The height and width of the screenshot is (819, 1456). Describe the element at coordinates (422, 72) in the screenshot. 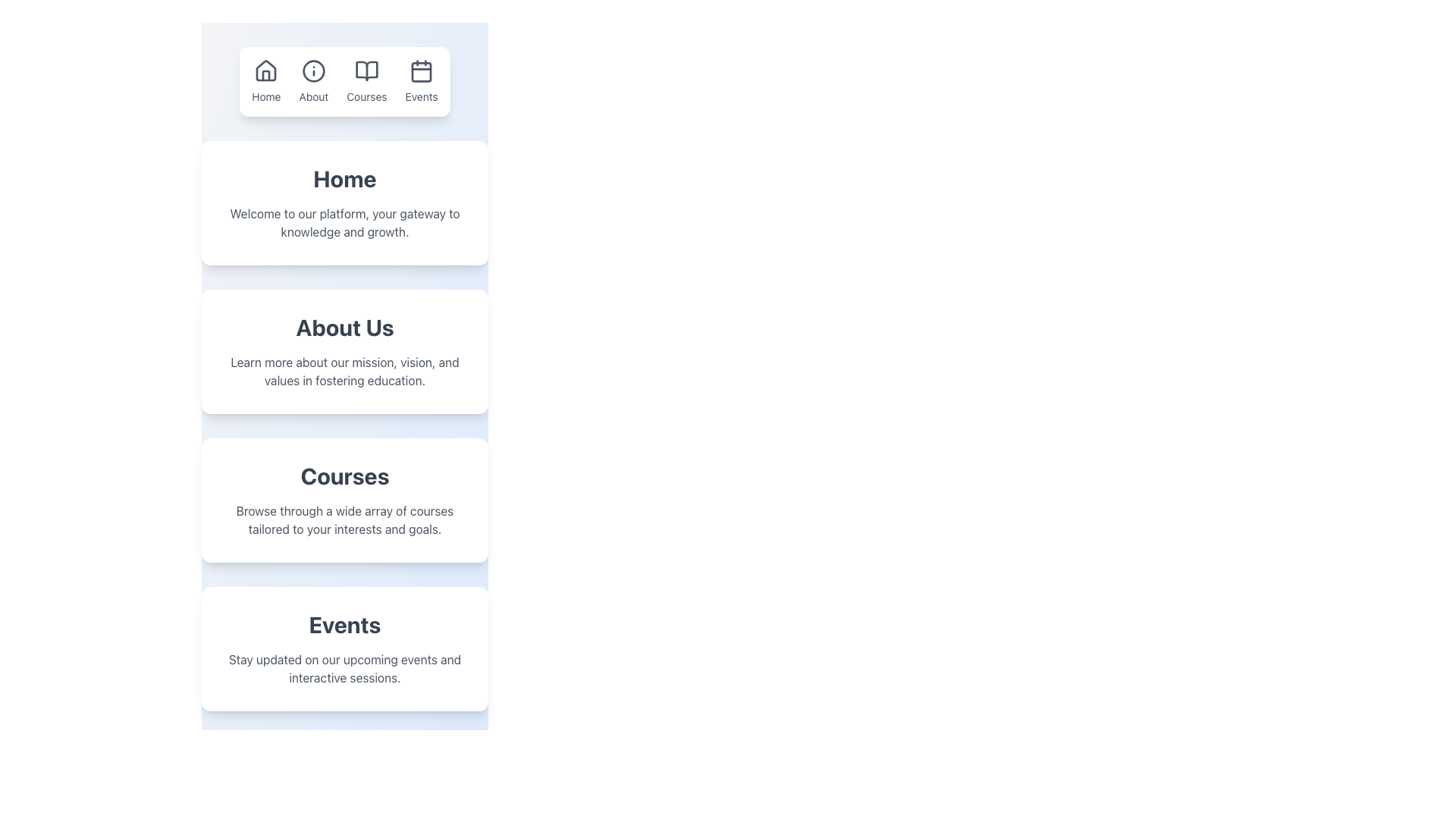

I see `the visual representation of the SVG rectangle shape within the Events icon in the top navigation section of the interface` at that location.